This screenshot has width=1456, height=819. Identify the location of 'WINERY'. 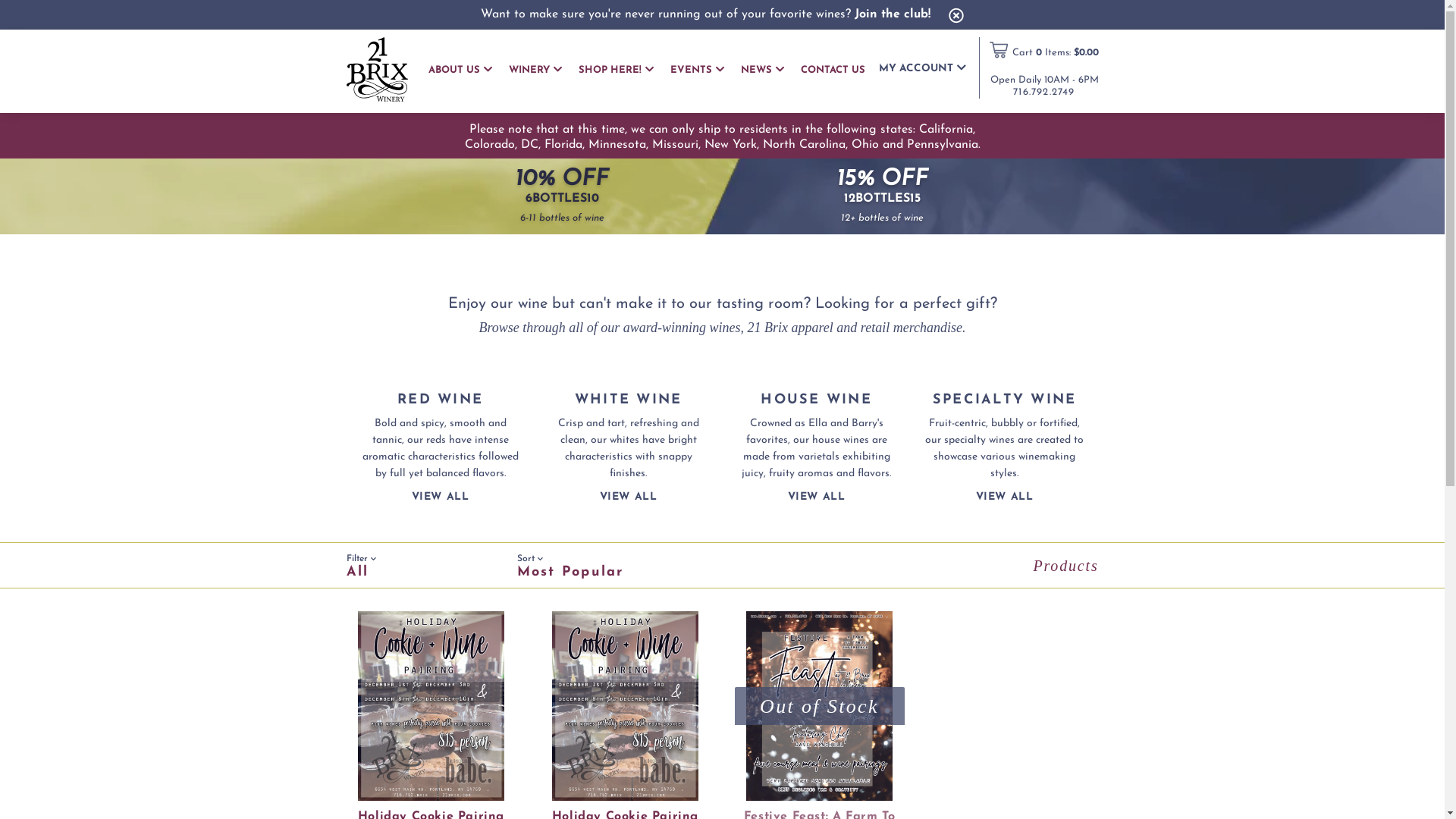
(535, 70).